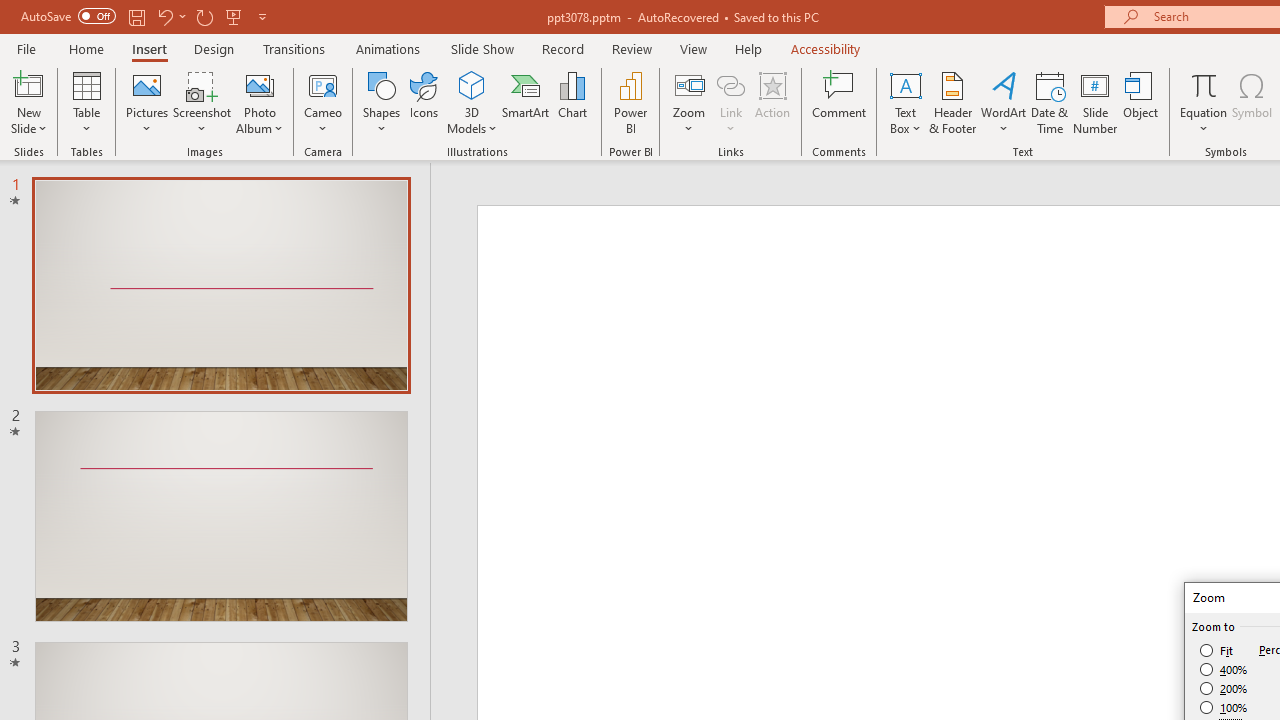  What do you see at coordinates (1094, 103) in the screenshot?
I see `'Slide Number'` at bounding box center [1094, 103].